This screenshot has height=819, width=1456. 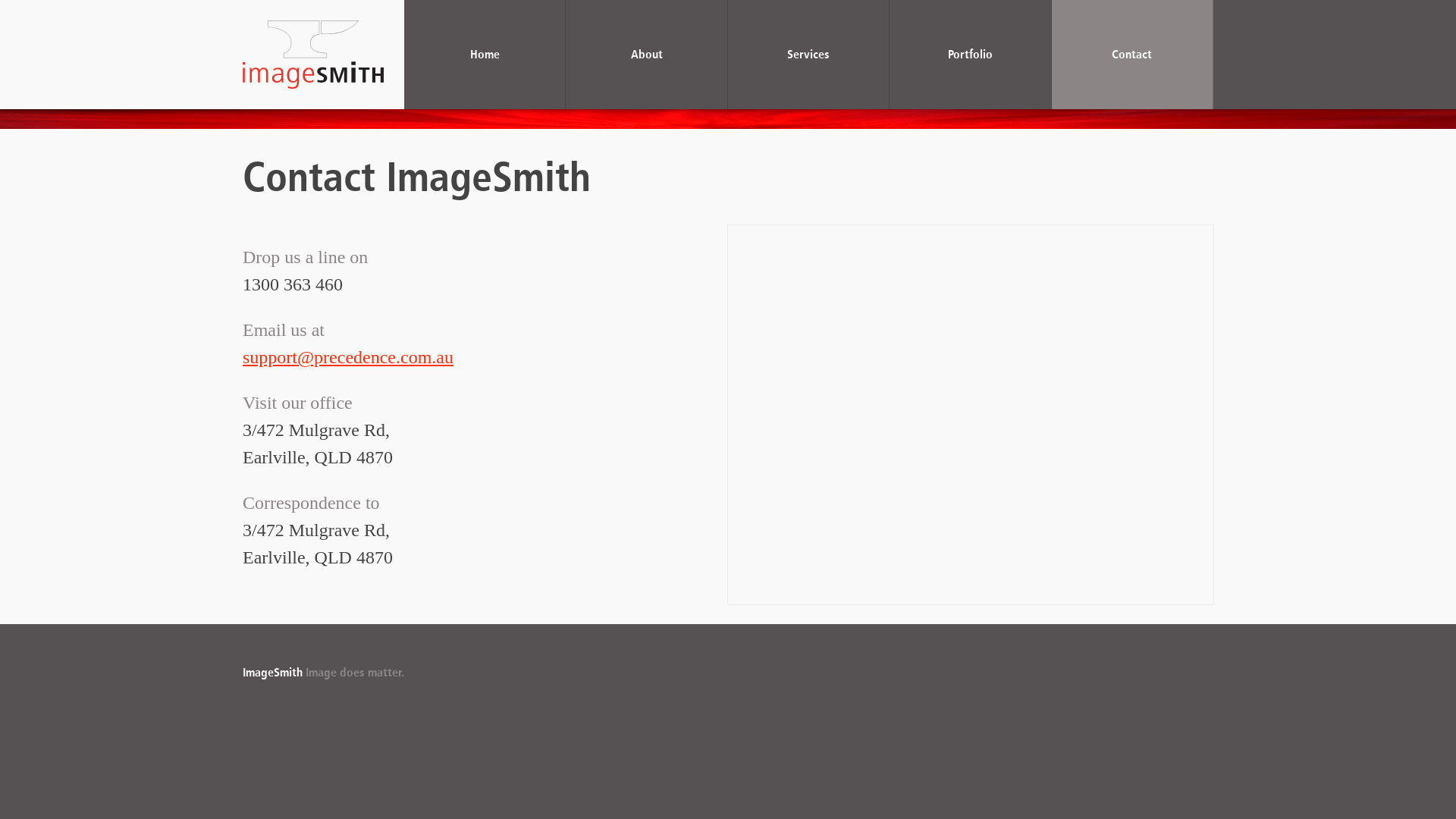 What do you see at coordinates (347, 356) in the screenshot?
I see `'support@precedence.com.au'` at bounding box center [347, 356].